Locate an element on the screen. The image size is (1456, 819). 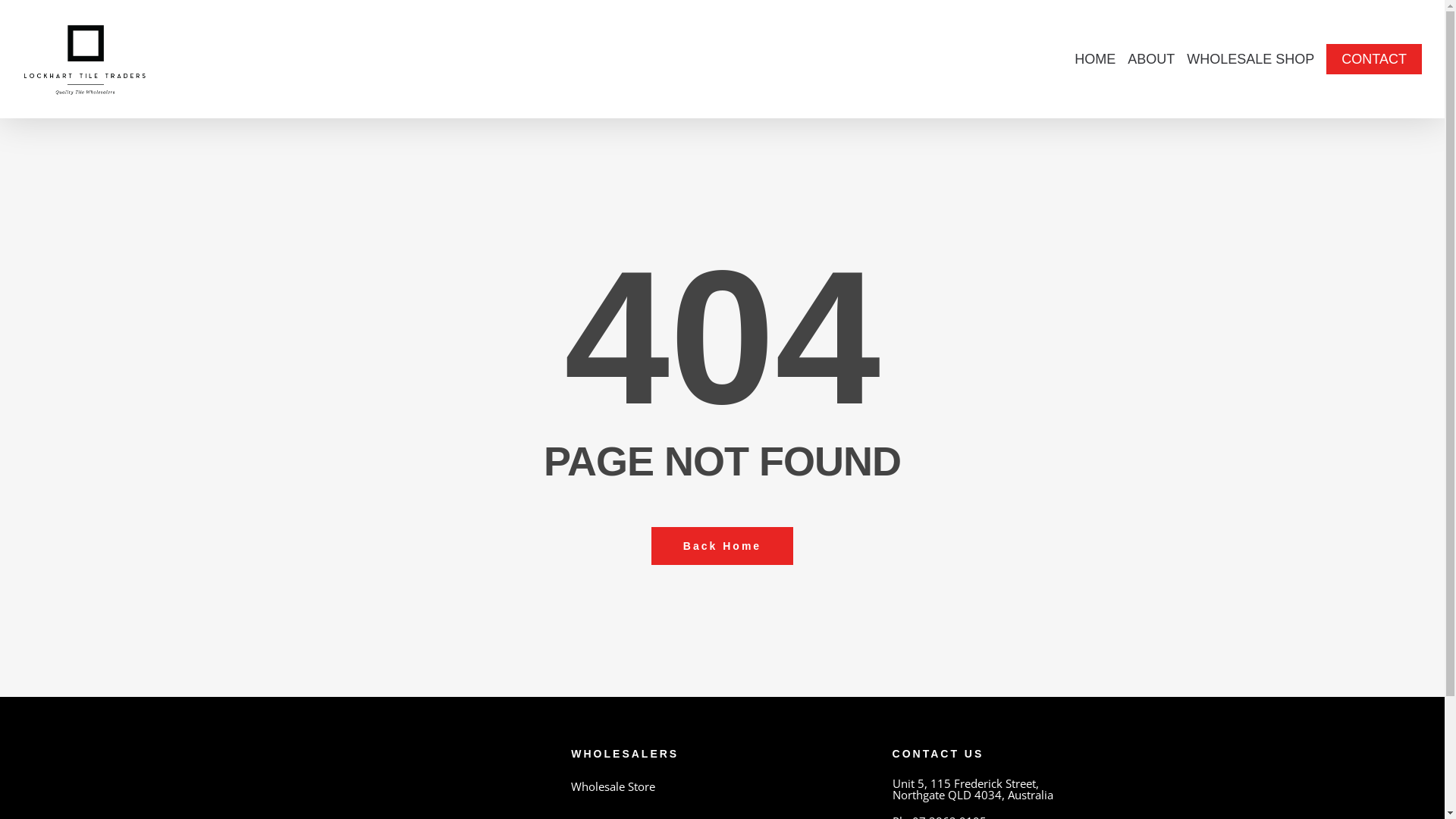
'Back Home' is located at coordinates (721, 544).